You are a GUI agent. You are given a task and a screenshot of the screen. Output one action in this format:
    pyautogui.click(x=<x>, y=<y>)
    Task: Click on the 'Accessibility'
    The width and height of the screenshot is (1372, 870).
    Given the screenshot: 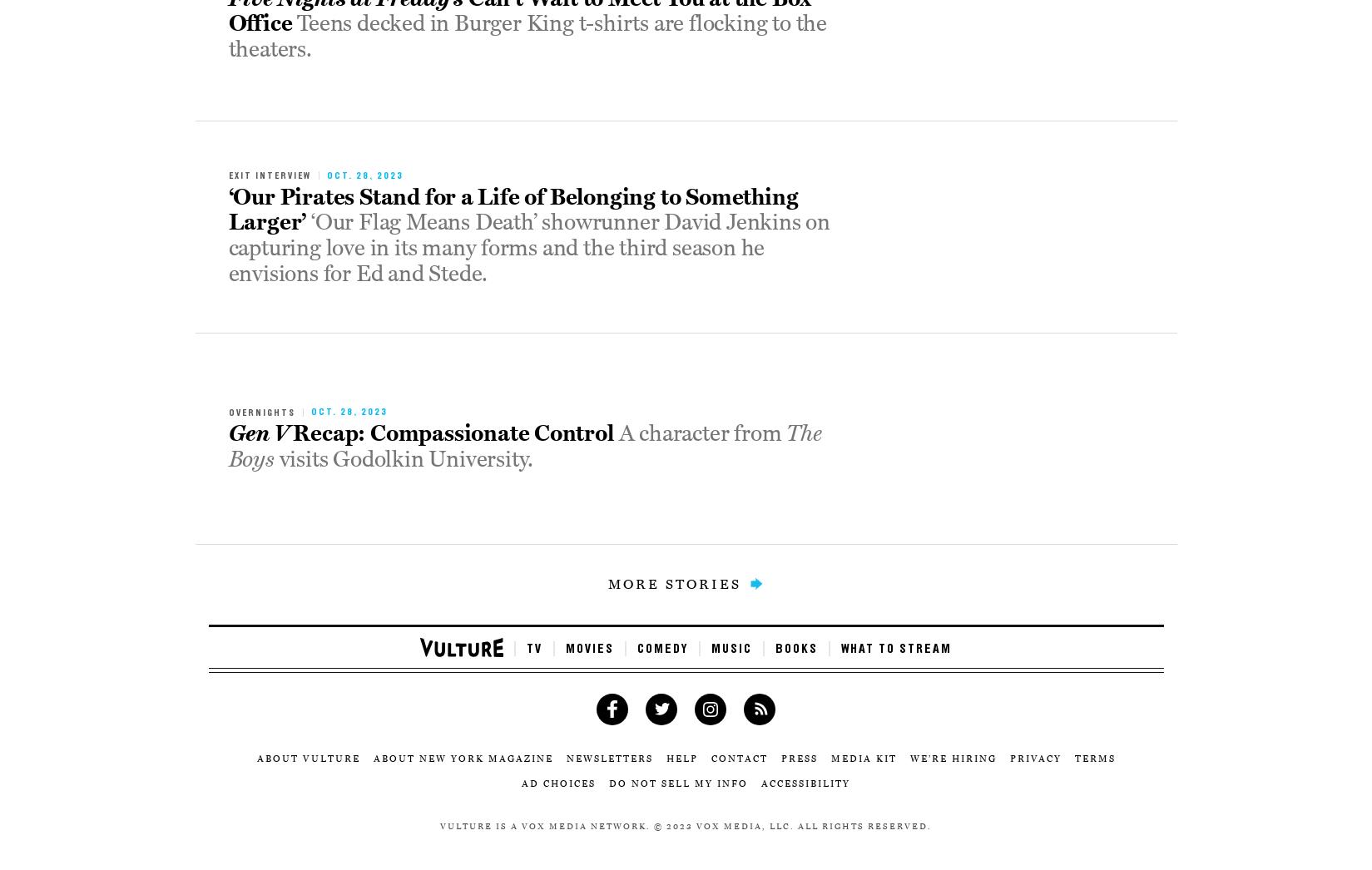 What is the action you would take?
    pyautogui.click(x=805, y=783)
    